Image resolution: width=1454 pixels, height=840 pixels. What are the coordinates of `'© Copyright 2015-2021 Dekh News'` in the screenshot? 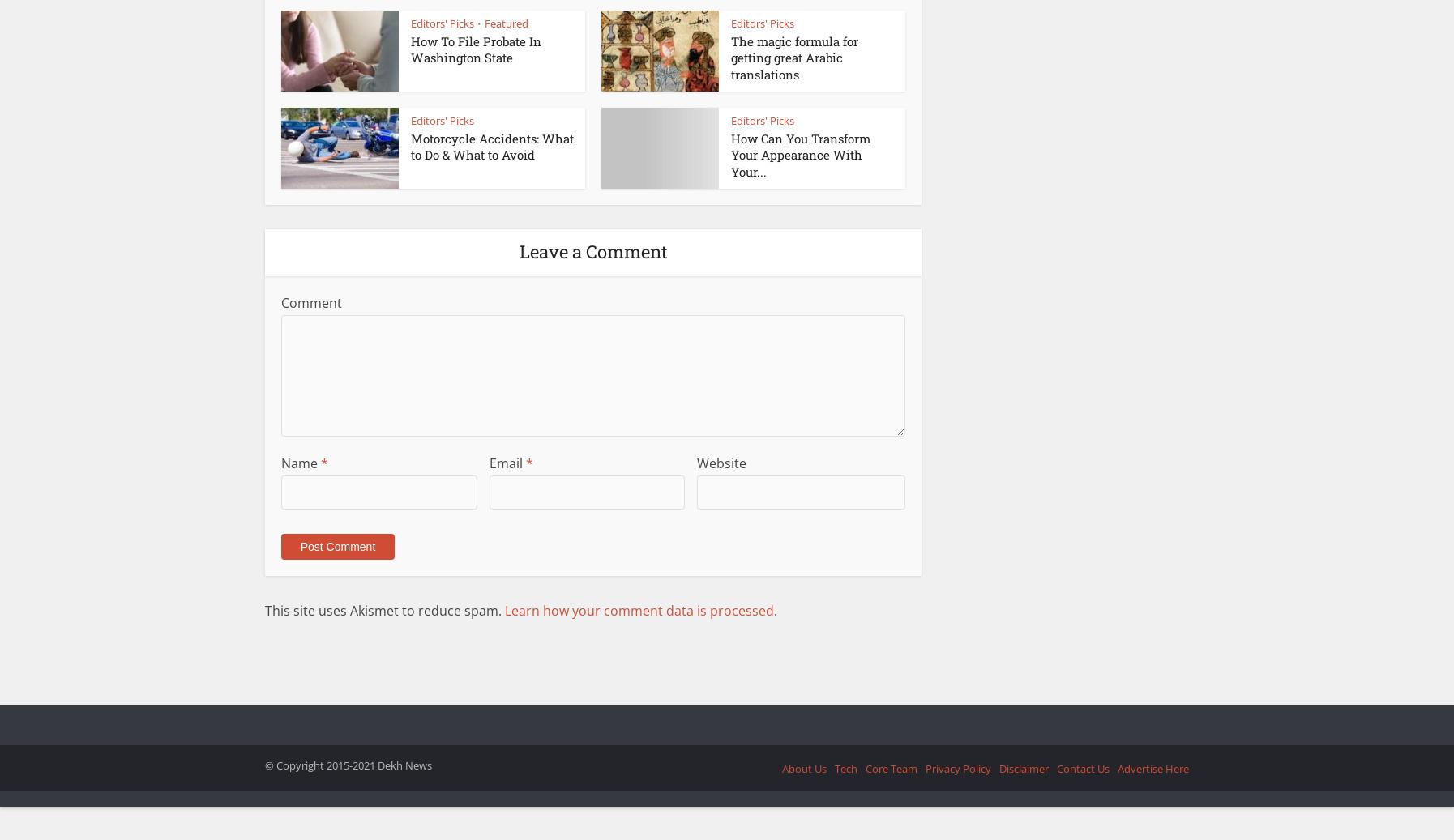 It's located at (348, 764).